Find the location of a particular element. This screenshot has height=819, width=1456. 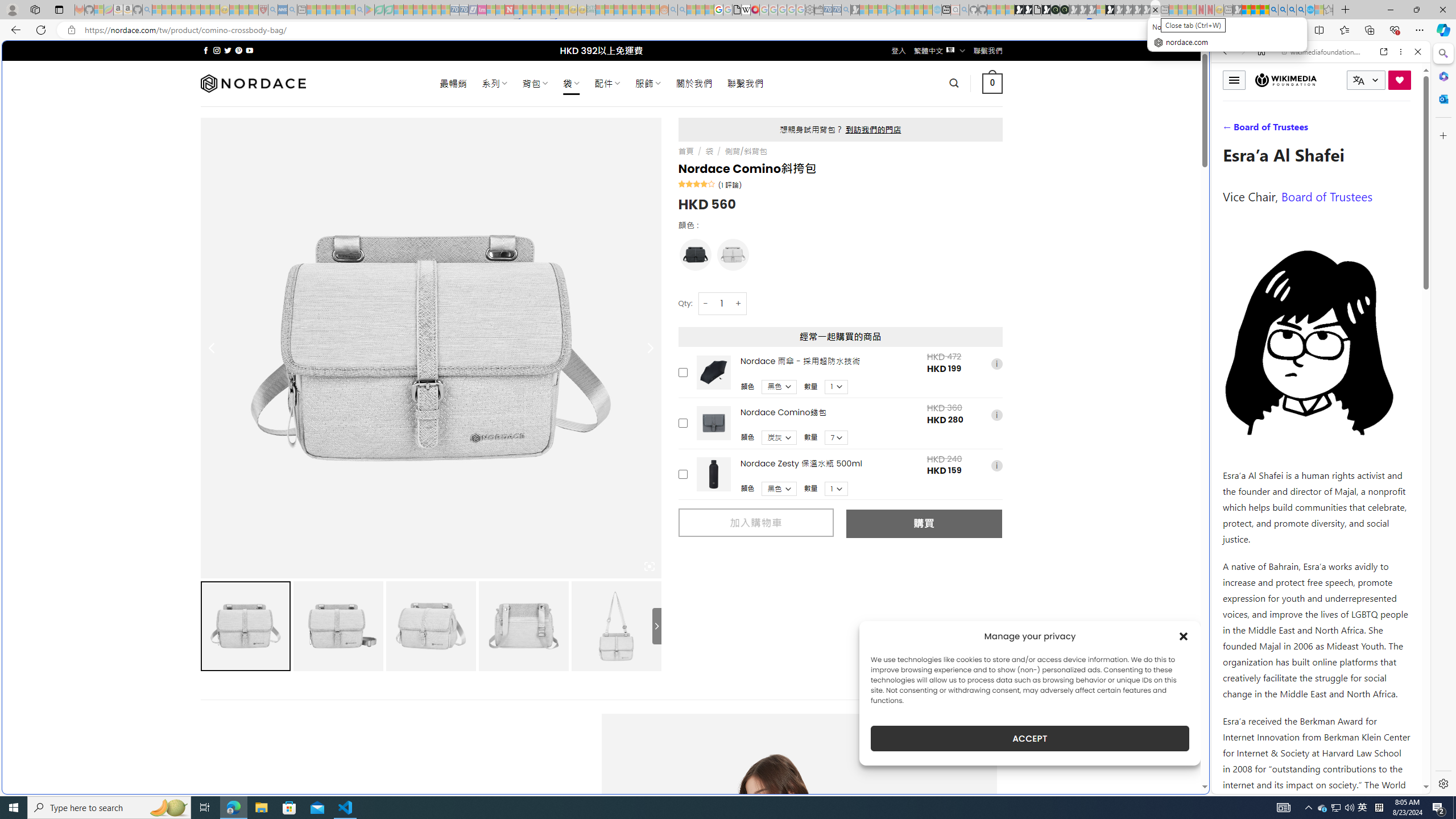

'Search' is located at coordinates (1442, 53).